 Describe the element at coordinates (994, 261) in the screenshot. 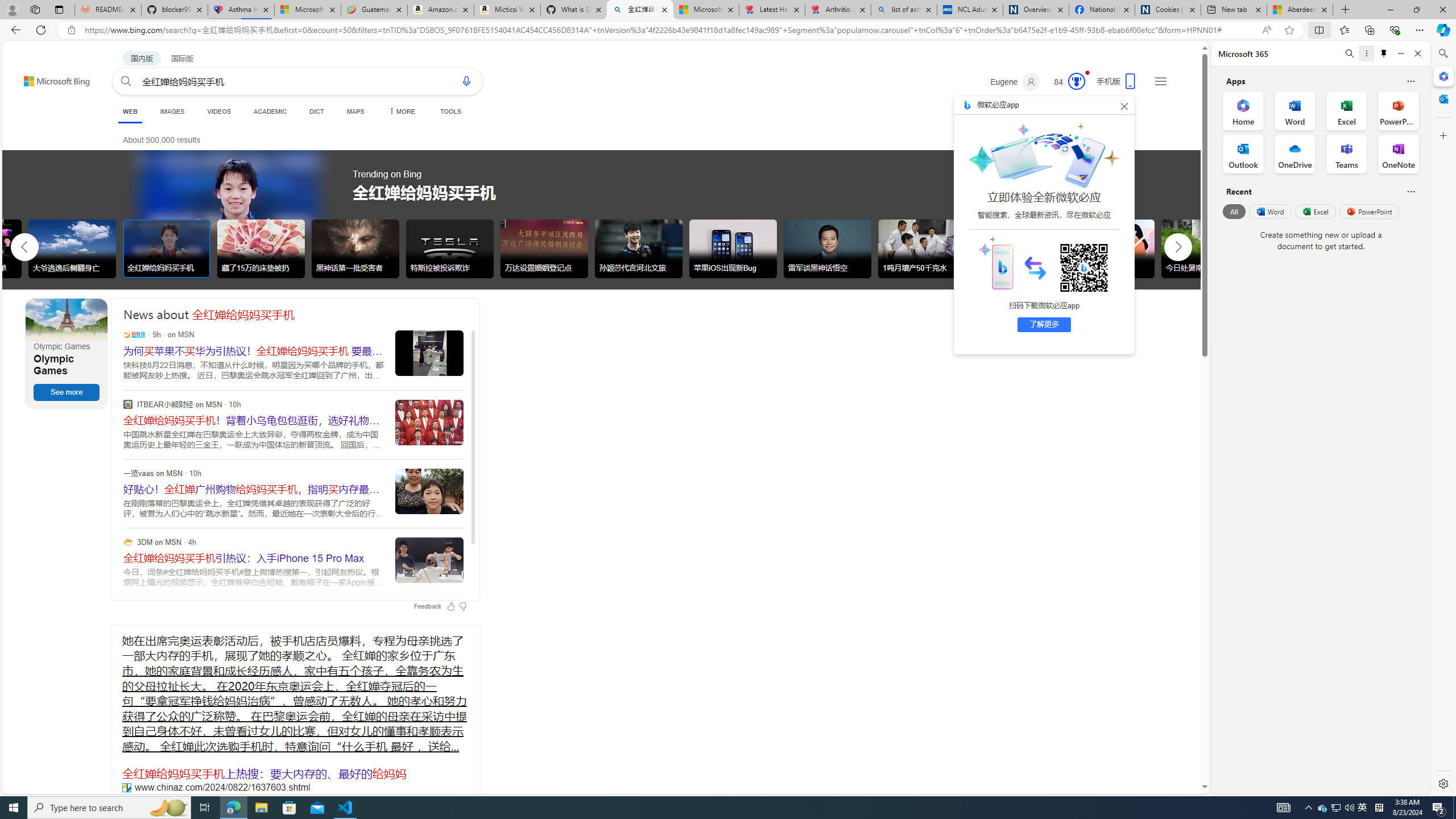

I see `'Class: rms_img'` at that location.